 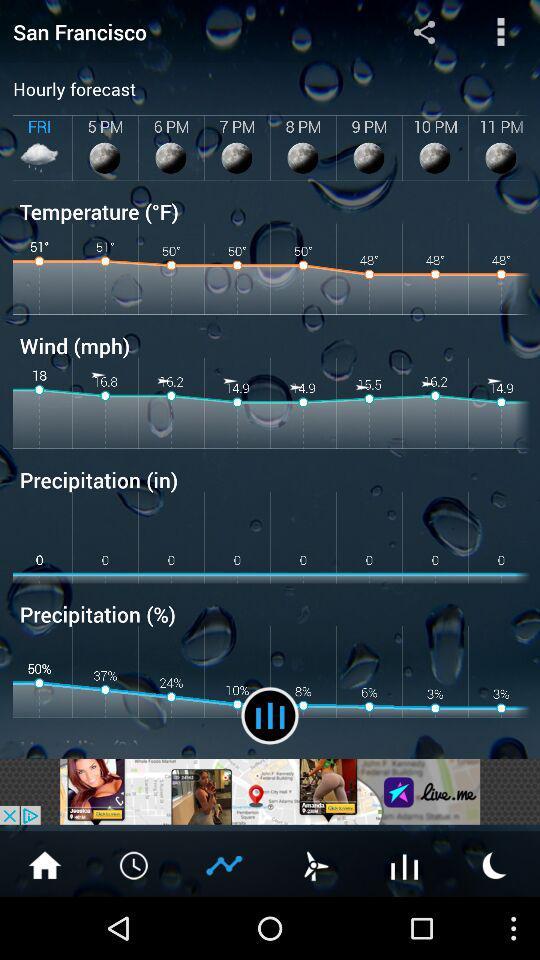 I want to click on time options, so click(x=135, y=863).